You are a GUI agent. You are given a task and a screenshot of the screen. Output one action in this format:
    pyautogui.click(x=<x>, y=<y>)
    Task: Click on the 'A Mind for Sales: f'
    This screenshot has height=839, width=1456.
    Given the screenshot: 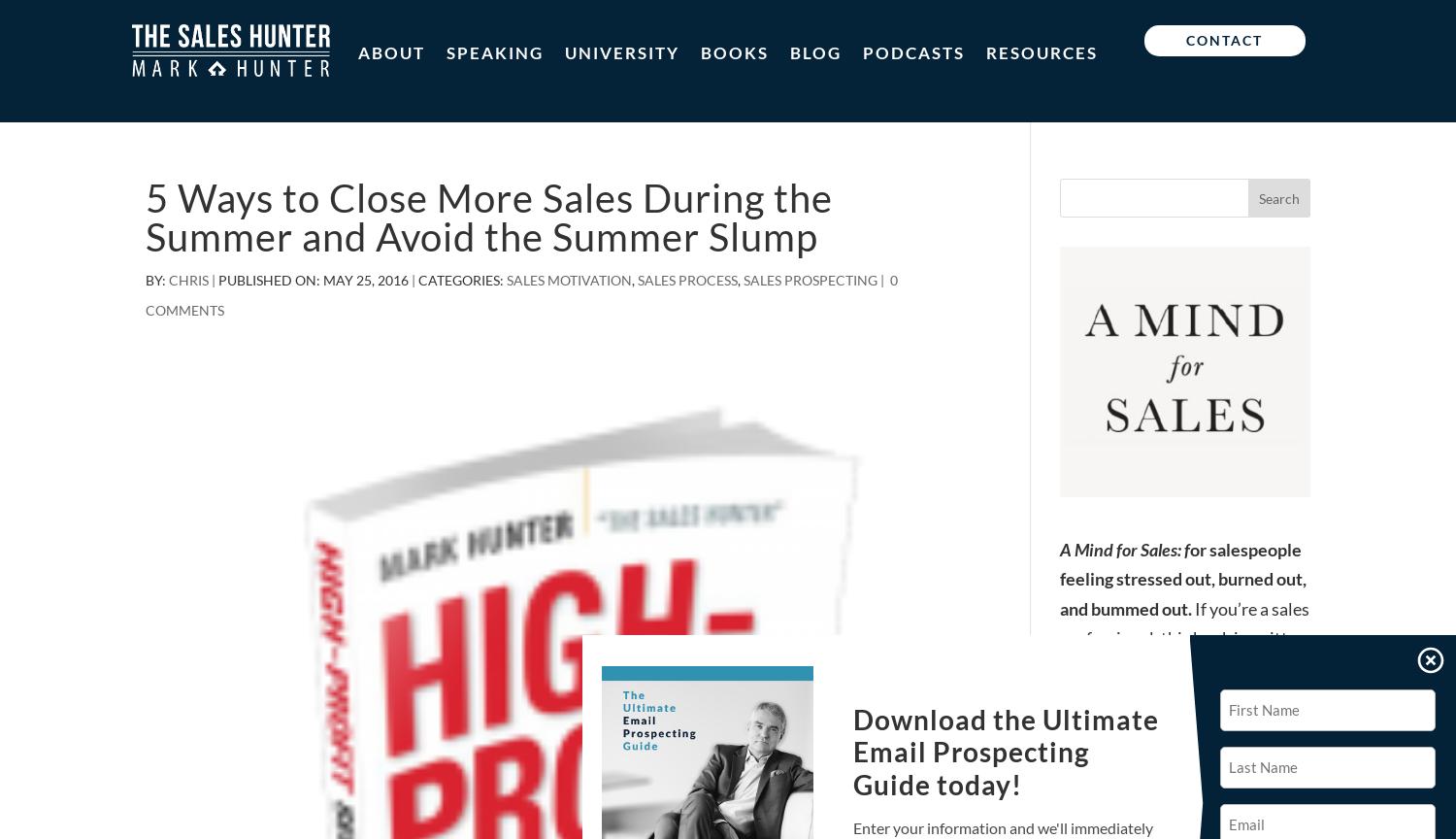 What is the action you would take?
    pyautogui.click(x=1125, y=547)
    